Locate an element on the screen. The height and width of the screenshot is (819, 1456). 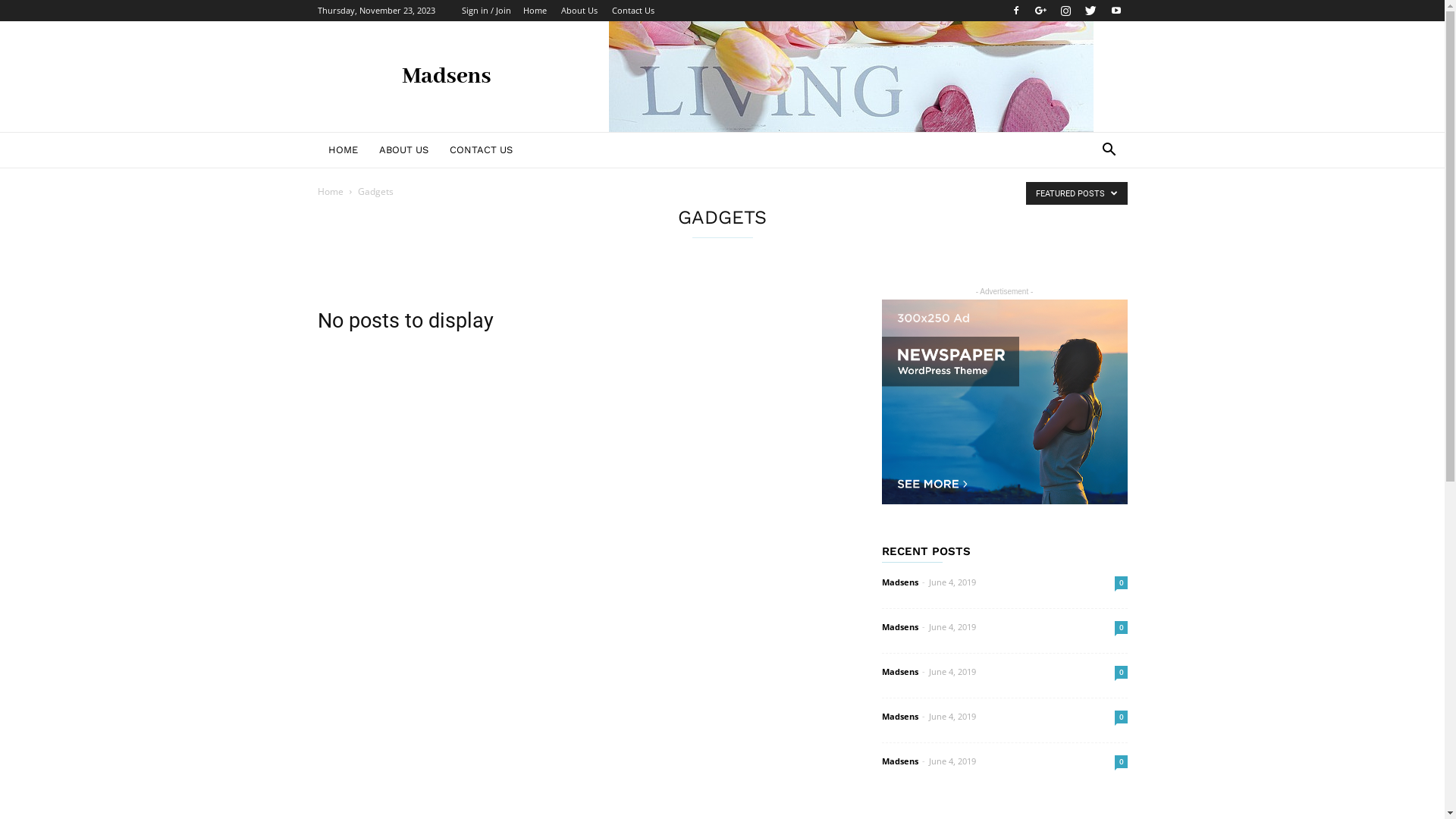
'Home' is located at coordinates (329, 190).